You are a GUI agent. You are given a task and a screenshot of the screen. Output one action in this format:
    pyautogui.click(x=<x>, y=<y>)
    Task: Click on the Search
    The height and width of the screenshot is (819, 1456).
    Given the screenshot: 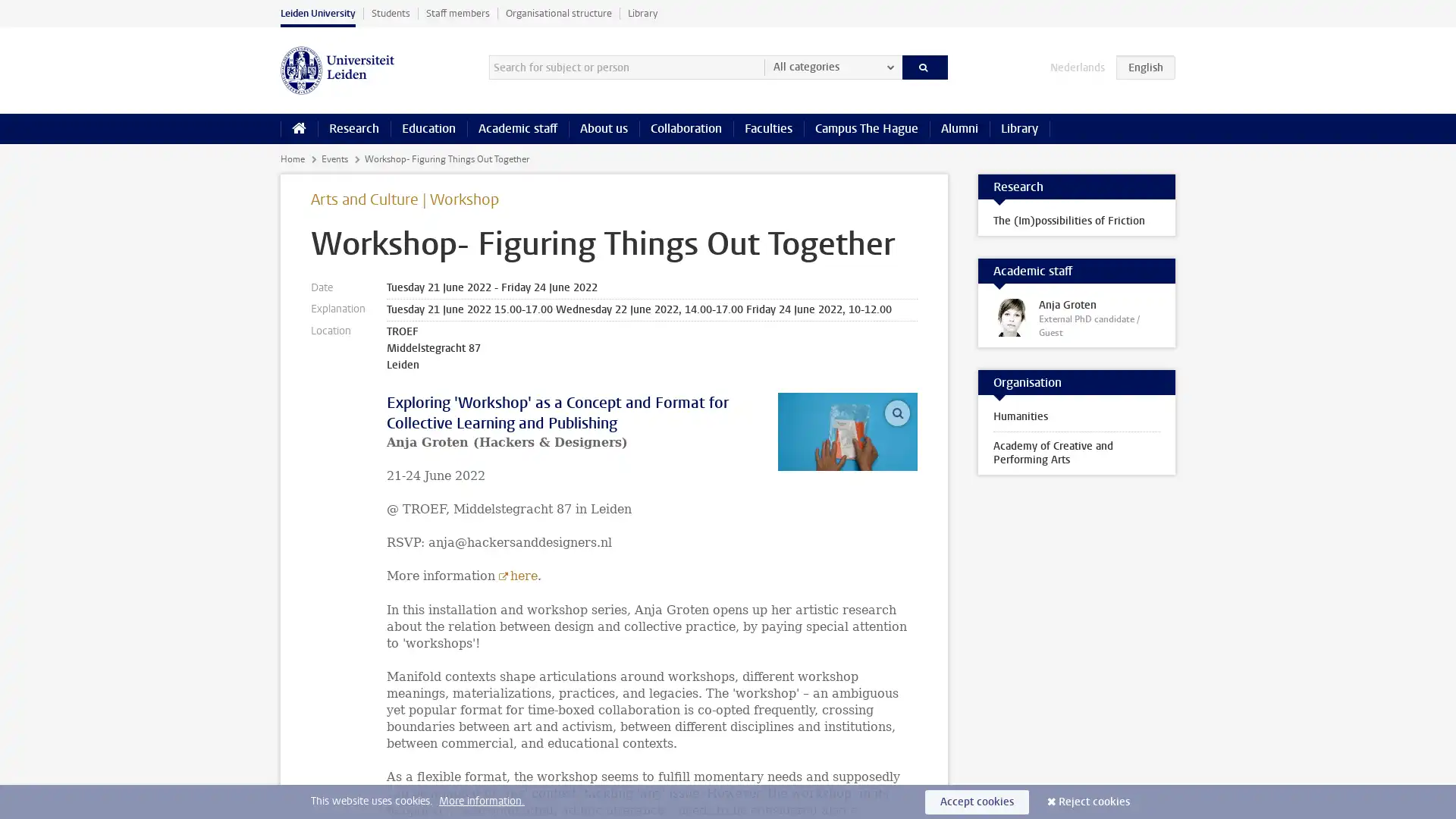 What is the action you would take?
    pyautogui.click(x=924, y=66)
    